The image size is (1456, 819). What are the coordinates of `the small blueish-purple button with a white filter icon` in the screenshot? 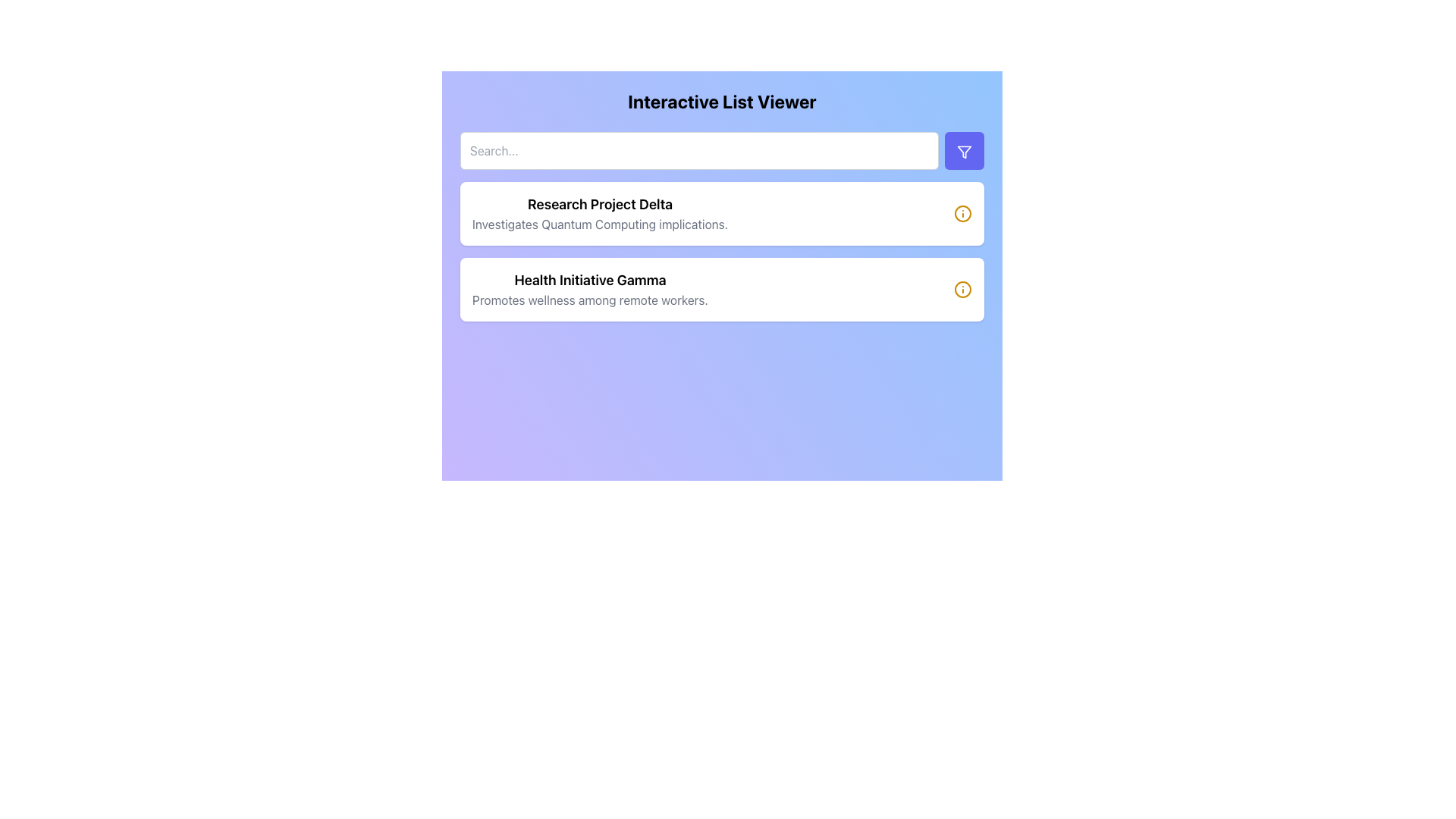 It's located at (964, 151).